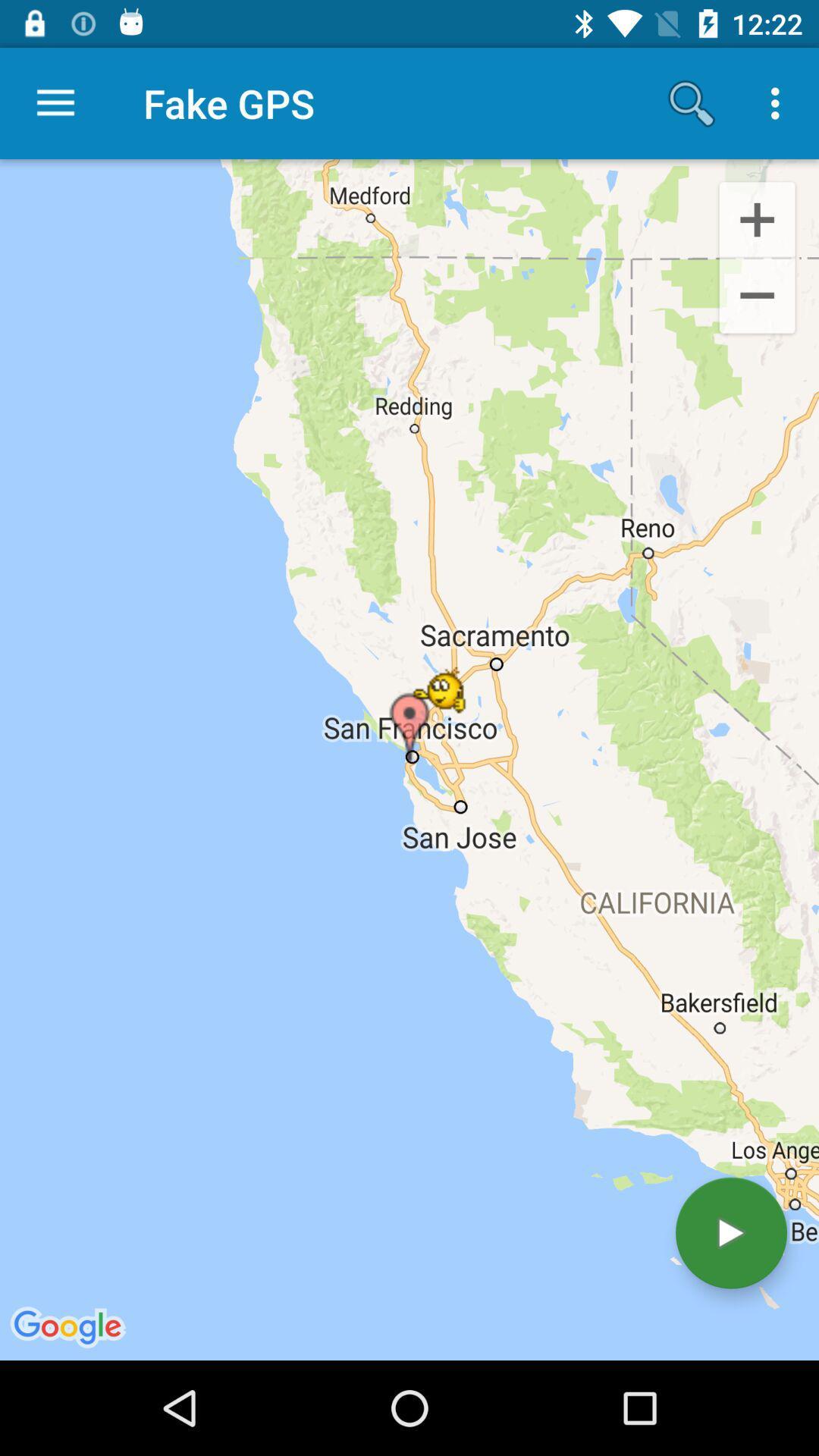  What do you see at coordinates (55, 102) in the screenshot?
I see `the icon to the left of fake gps icon` at bounding box center [55, 102].